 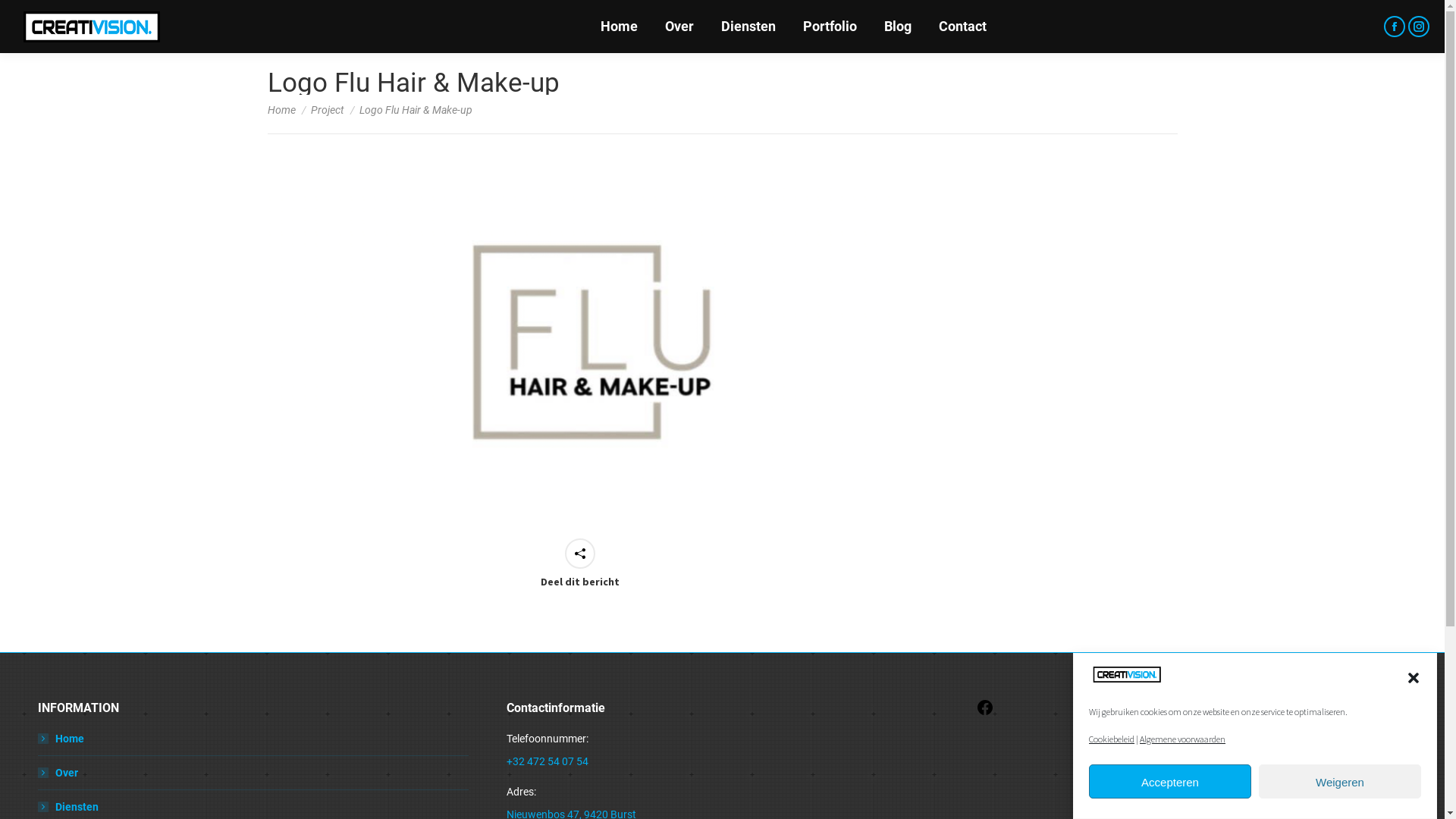 What do you see at coordinates (67, 806) in the screenshot?
I see `'Diensten'` at bounding box center [67, 806].